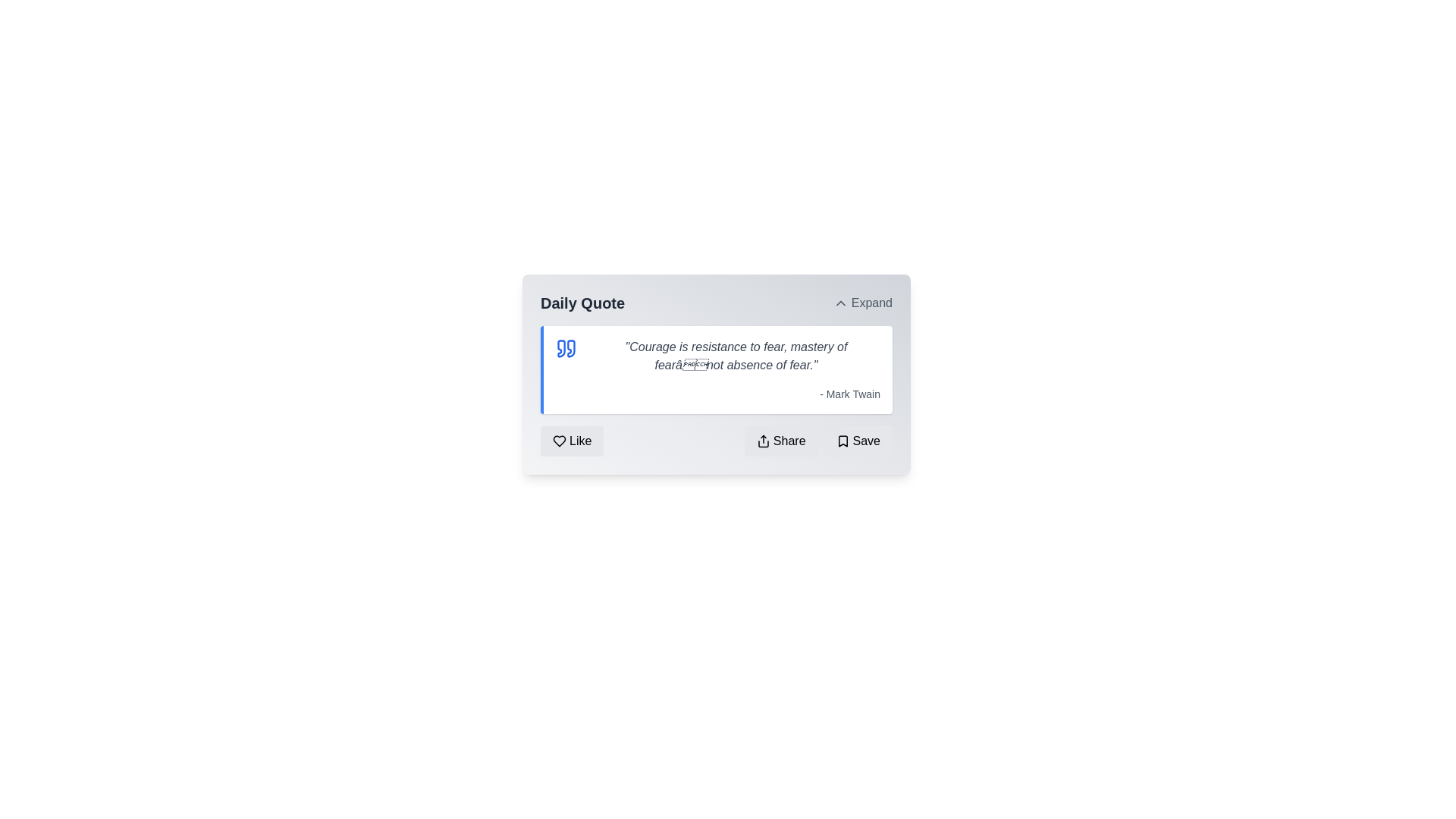  What do you see at coordinates (763, 441) in the screenshot?
I see `the share icon, which is an SVG icon resembling a share symbol with a box and an upward-pointing arrow, located inside the 'Share' button at the bottom center of the card layout containing the 'Daily Quote'` at bounding box center [763, 441].